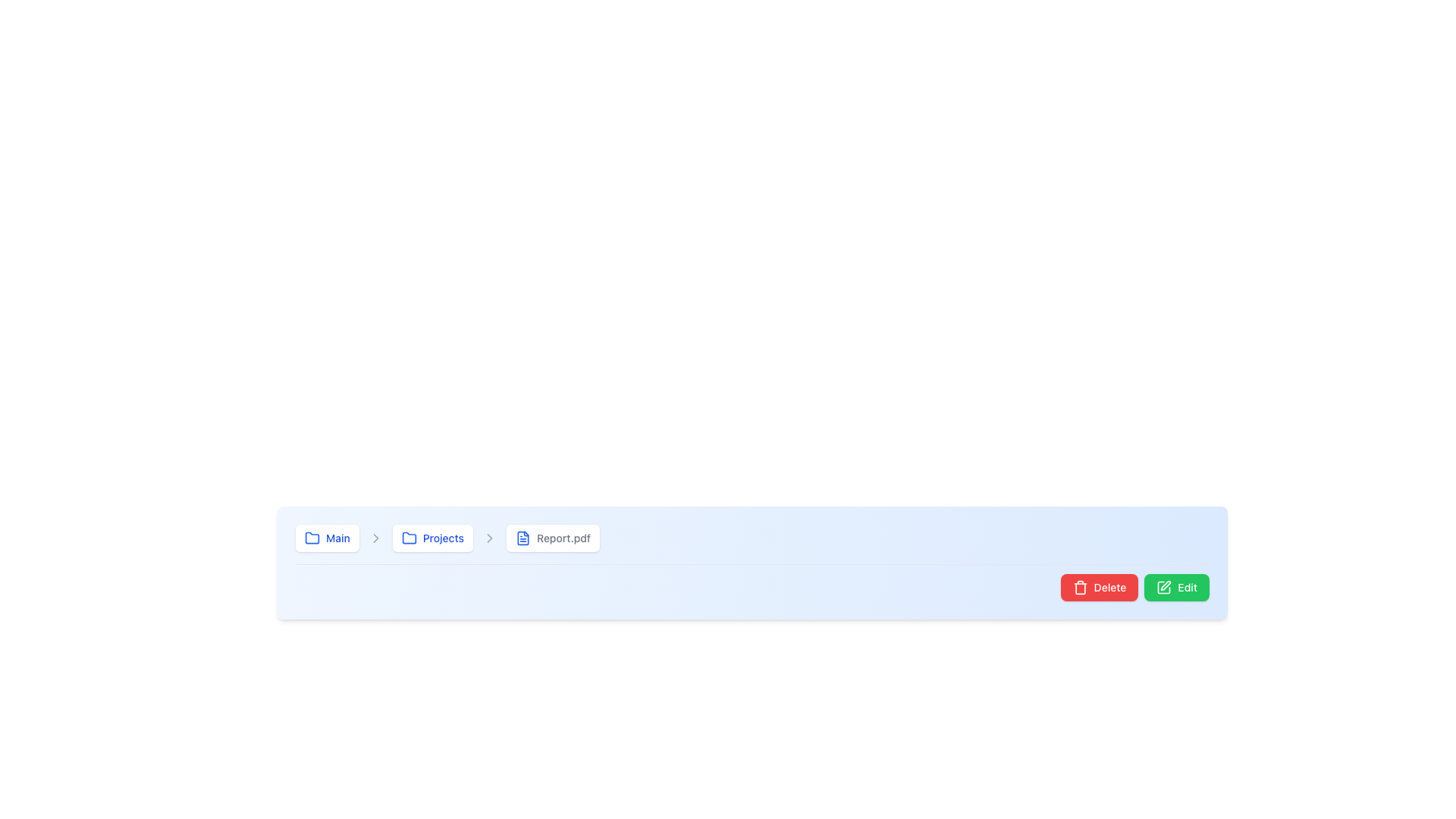 Image resolution: width=1456 pixels, height=819 pixels. What do you see at coordinates (431, 537) in the screenshot?
I see `the 'Projects' navigation link in the breadcrumb navigation bar` at bounding box center [431, 537].